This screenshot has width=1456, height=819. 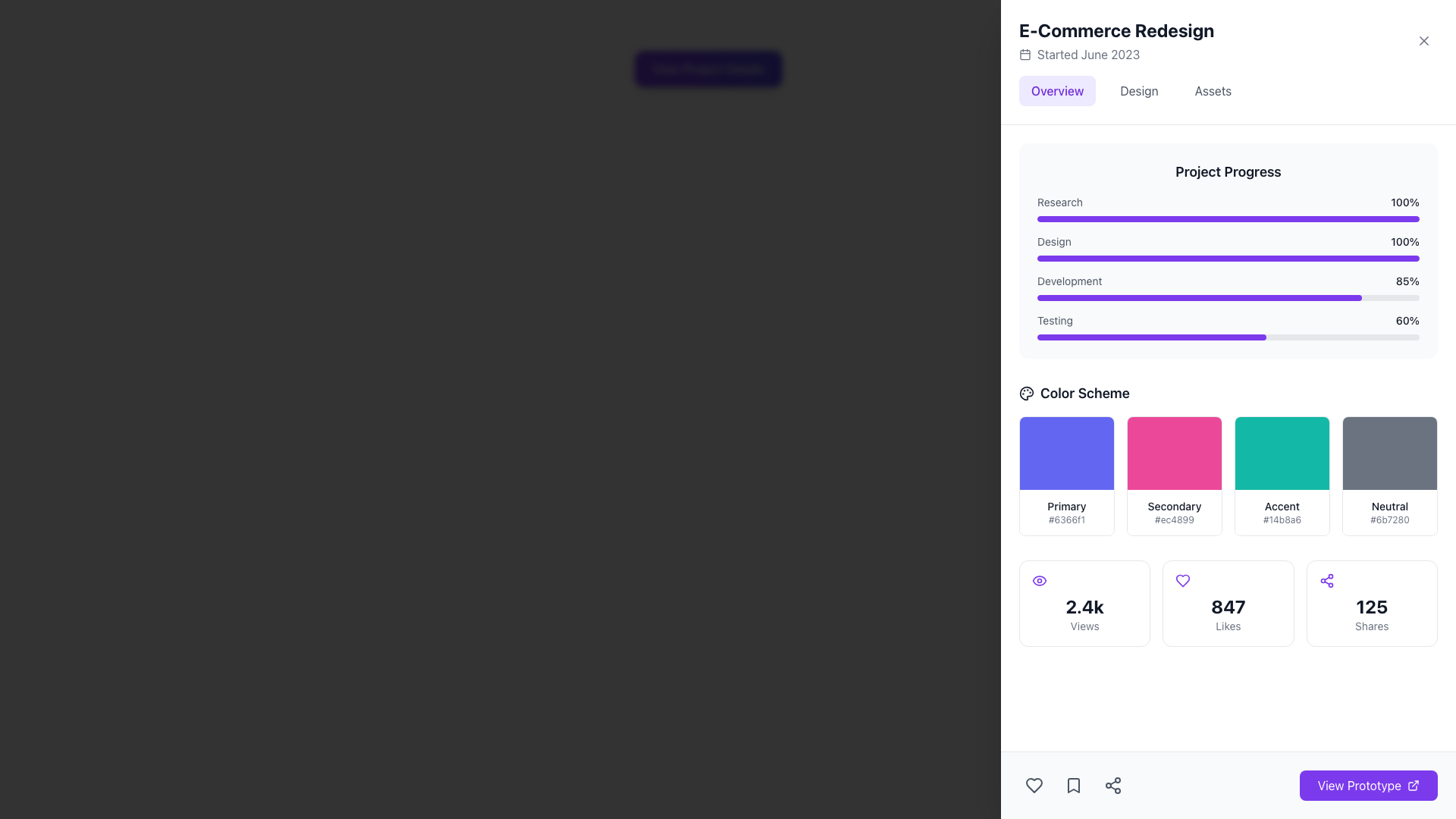 What do you see at coordinates (1404, 201) in the screenshot?
I see `the text label reading '100%' at the end of the 'Research' progress bar in the 'Project Progress' section` at bounding box center [1404, 201].